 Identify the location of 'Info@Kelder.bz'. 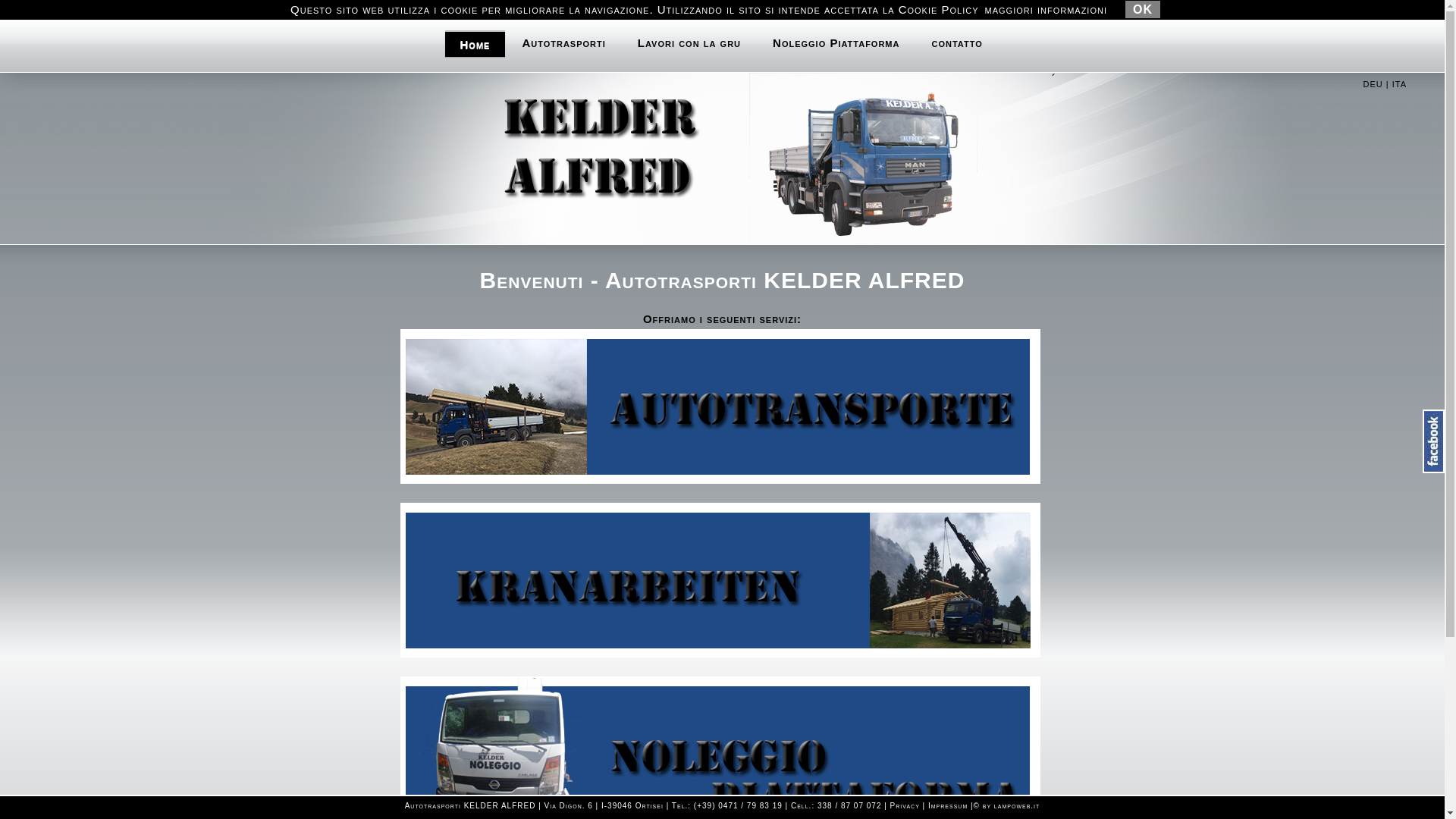
(952, 8).